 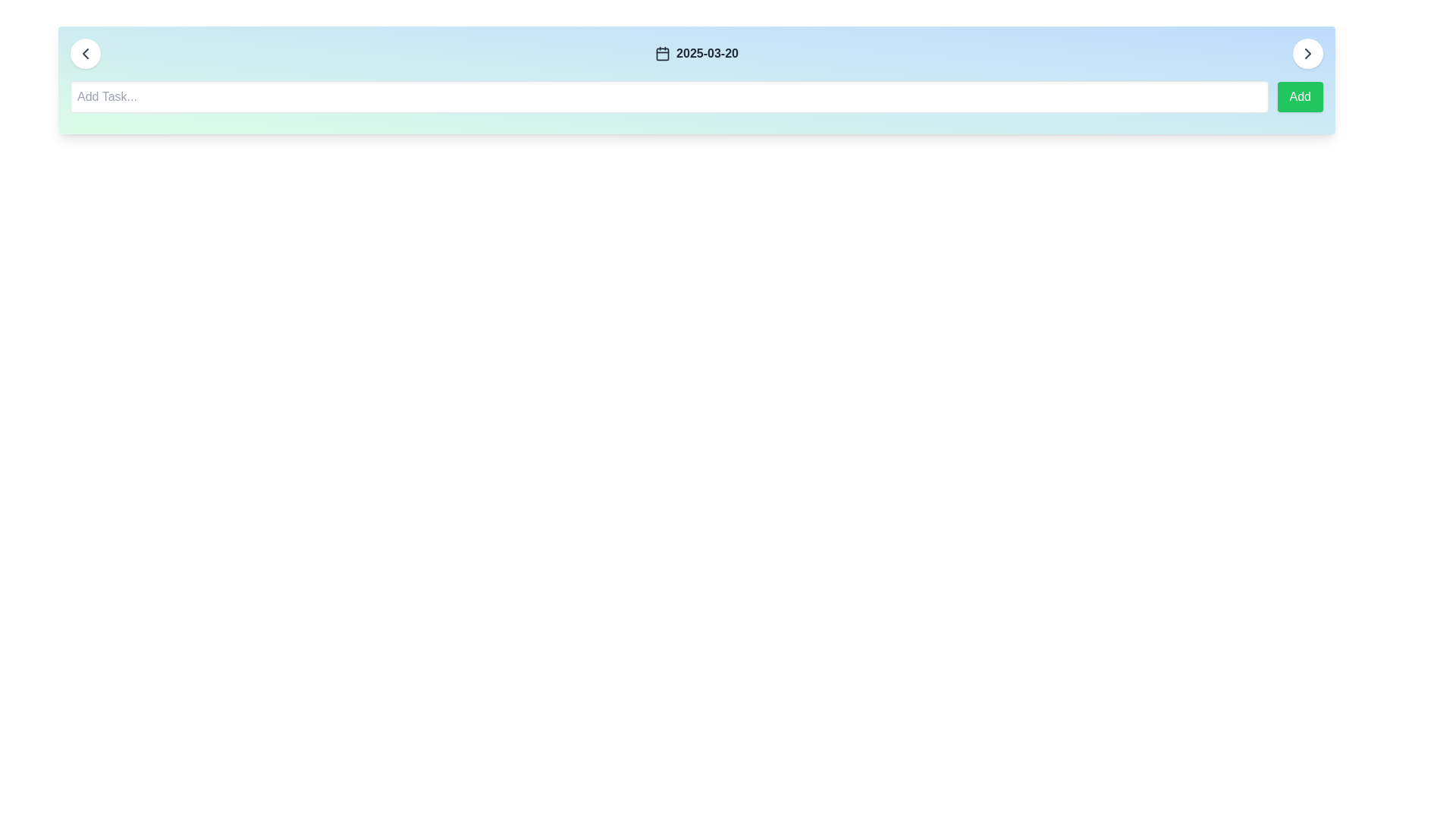 I want to click on the Chevron Arrow icon located at the top-right corner of the interface, which is part of a collapse-expand or navigation mechanism, so click(x=1307, y=52).